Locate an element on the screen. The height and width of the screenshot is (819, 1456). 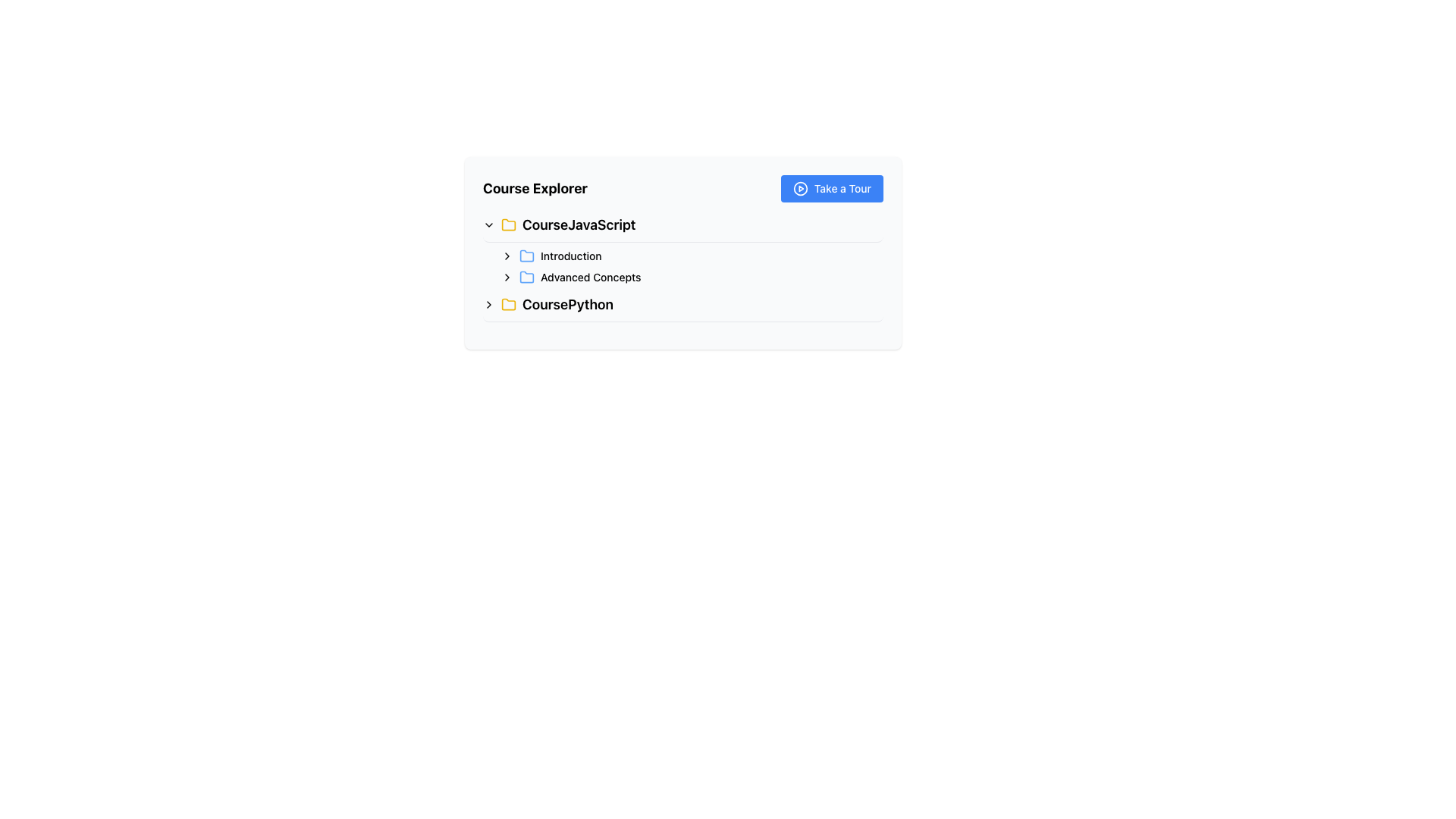
the light blue folder icon associated with 'Advanced Concepts' in the 'Course Explorer' menu to interact with it is located at coordinates (527, 278).